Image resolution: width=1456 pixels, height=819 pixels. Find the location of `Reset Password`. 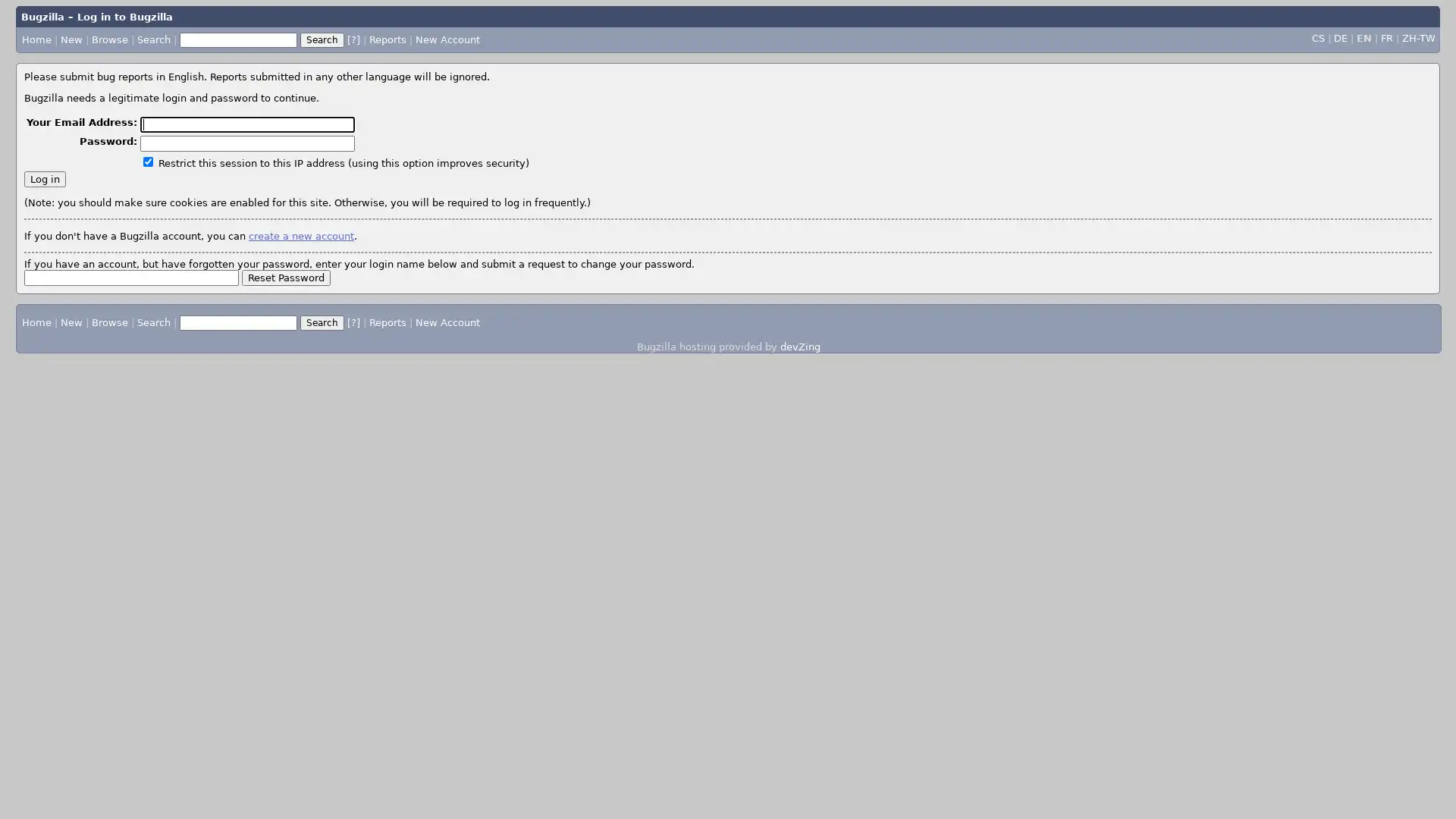

Reset Password is located at coordinates (286, 277).